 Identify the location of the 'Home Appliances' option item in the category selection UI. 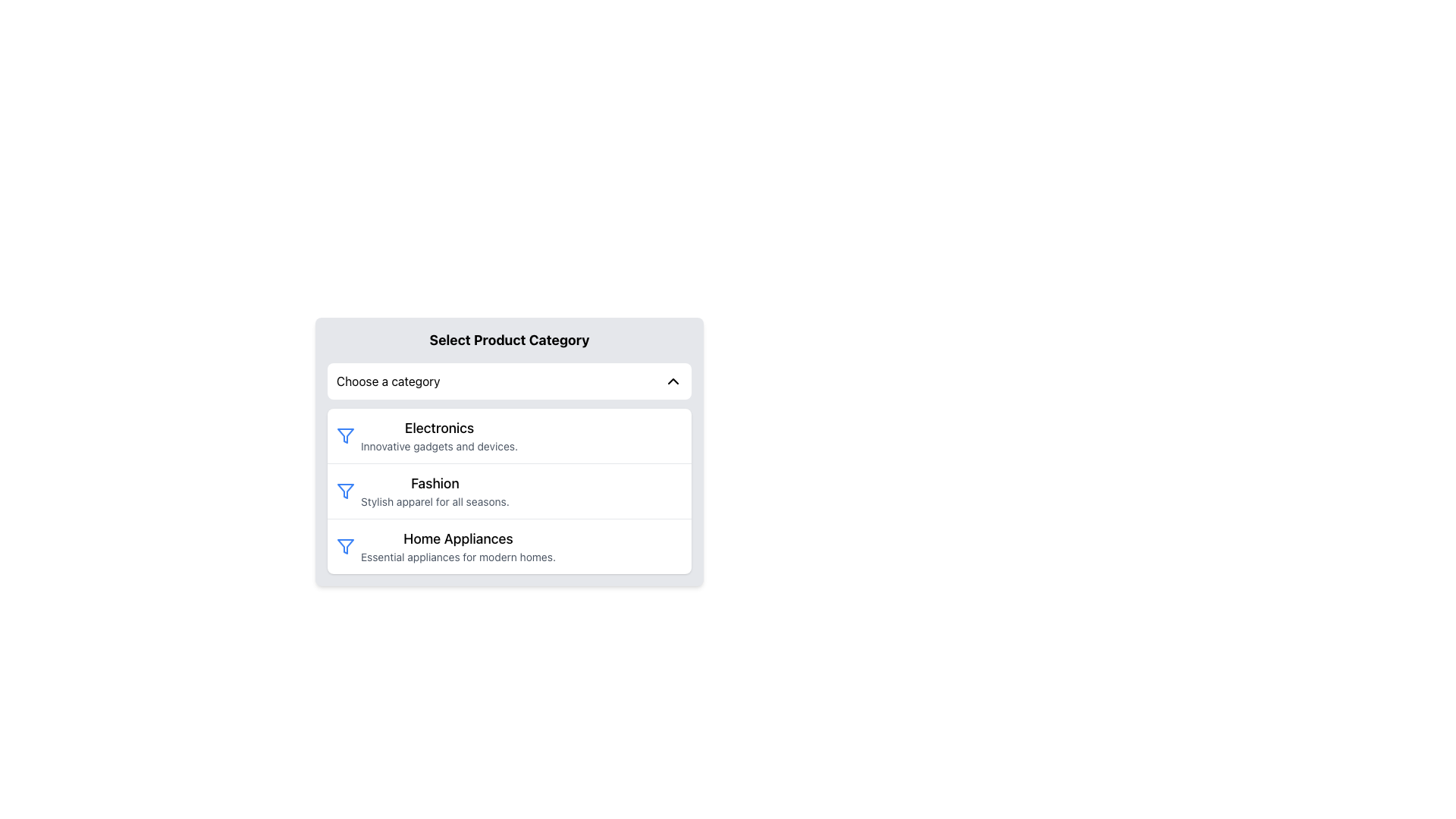
(457, 547).